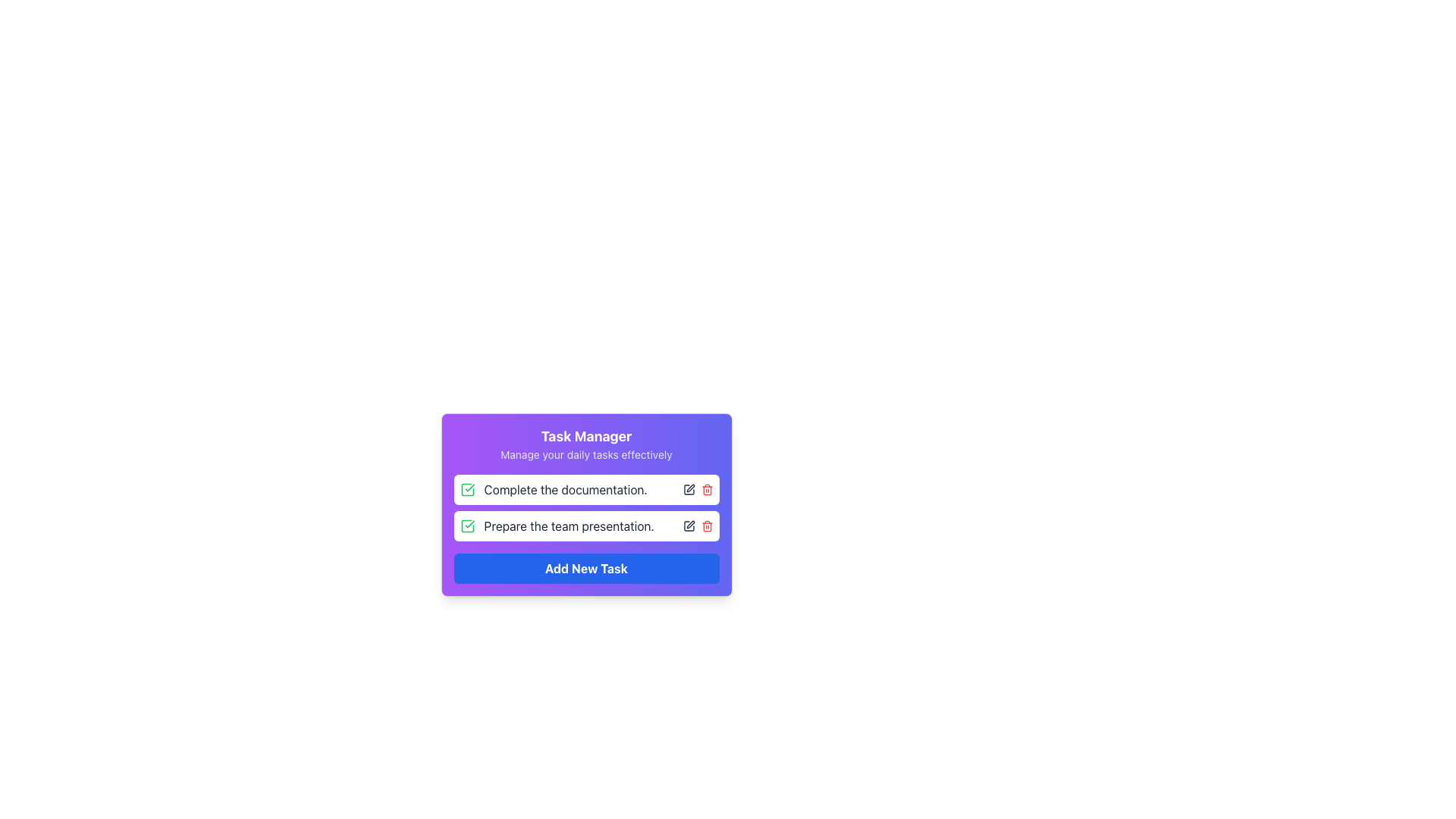 The height and width of the screenshot is (819, 1456). I want to click on the edit icon button located to the right of the task label, so click(689, 523).